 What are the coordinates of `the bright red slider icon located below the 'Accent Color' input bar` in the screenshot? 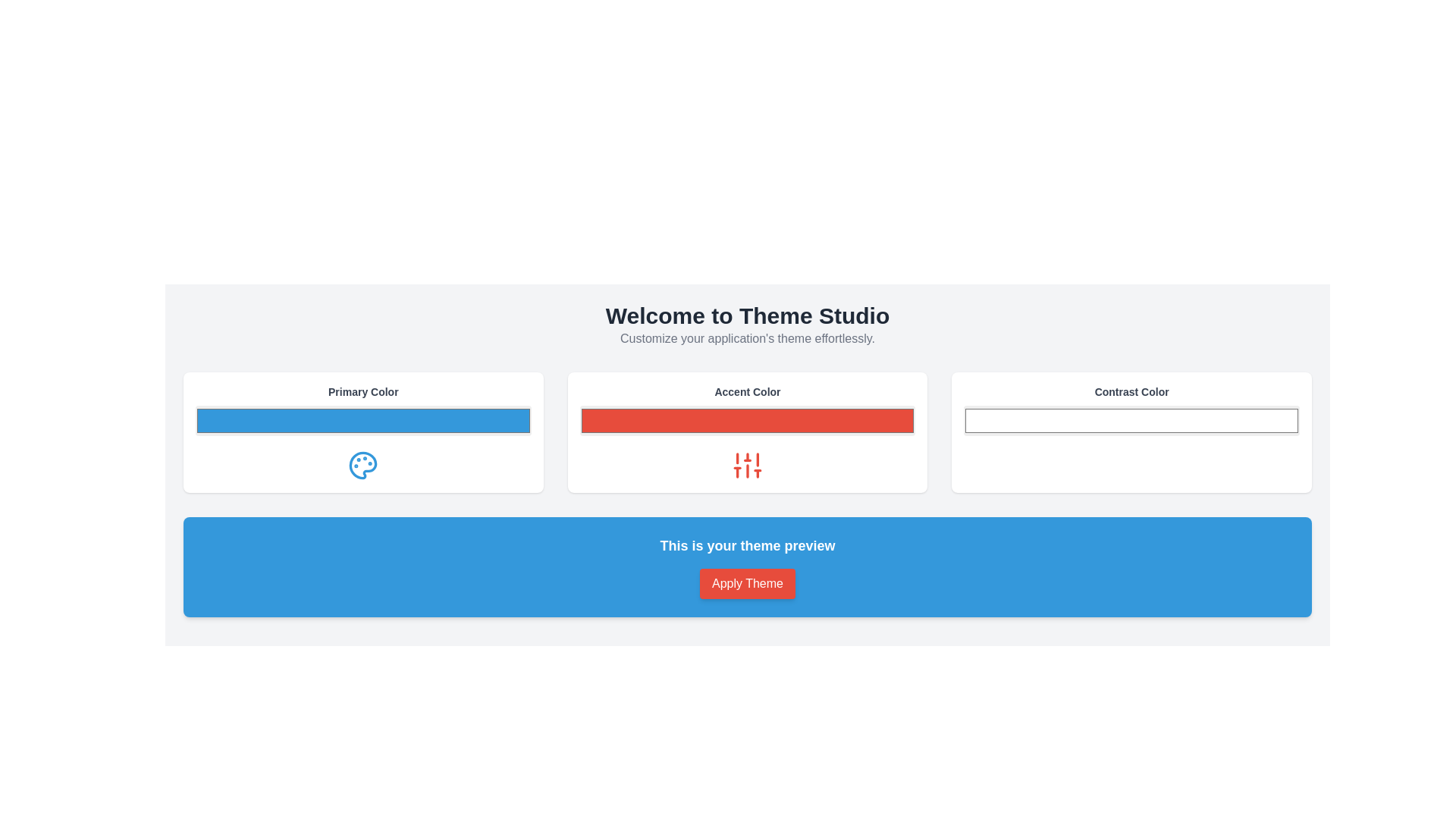 It's located at (747, 464).